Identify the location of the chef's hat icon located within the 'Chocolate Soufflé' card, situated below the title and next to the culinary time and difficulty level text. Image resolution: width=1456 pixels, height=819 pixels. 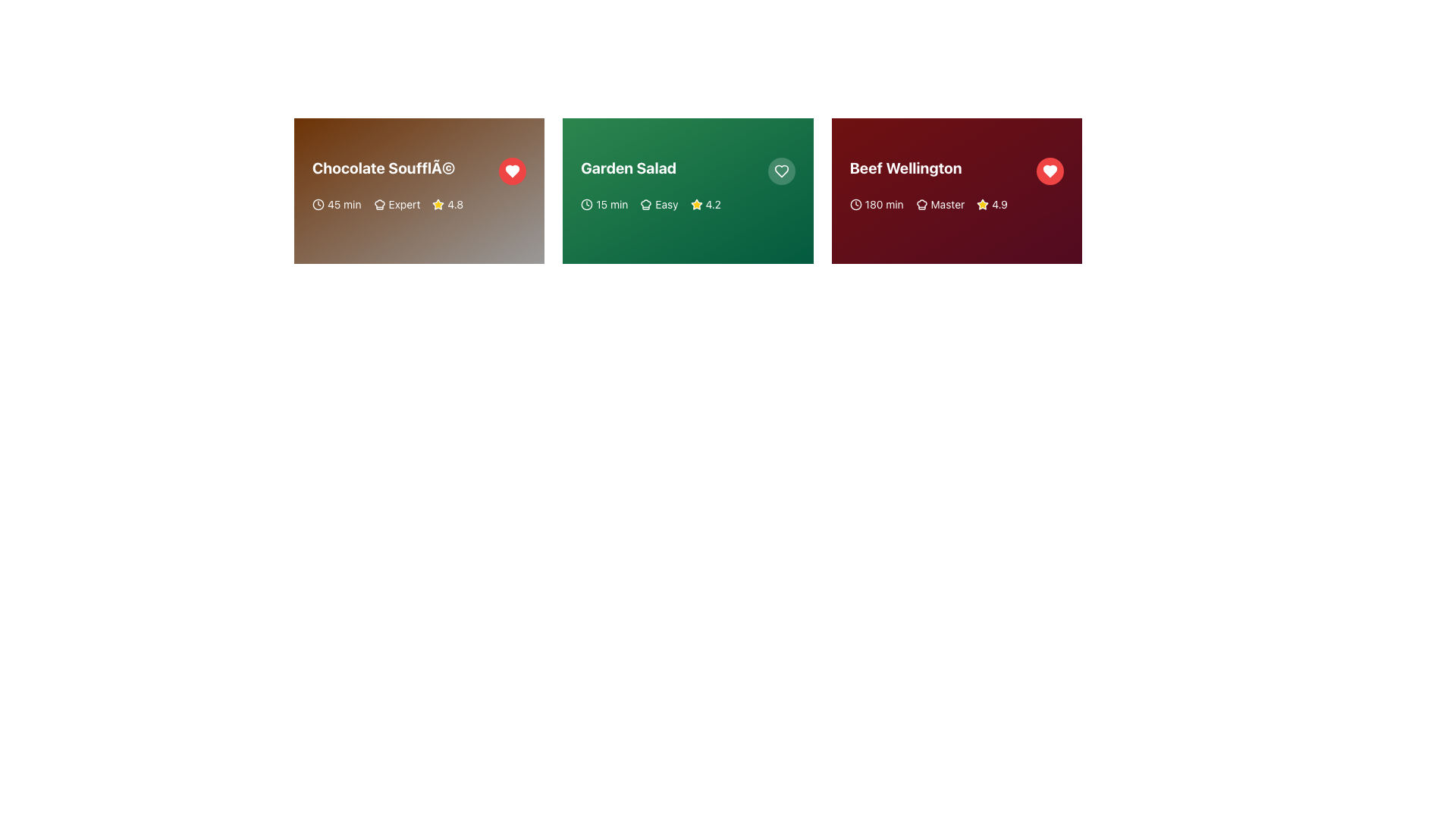
(379, 205).